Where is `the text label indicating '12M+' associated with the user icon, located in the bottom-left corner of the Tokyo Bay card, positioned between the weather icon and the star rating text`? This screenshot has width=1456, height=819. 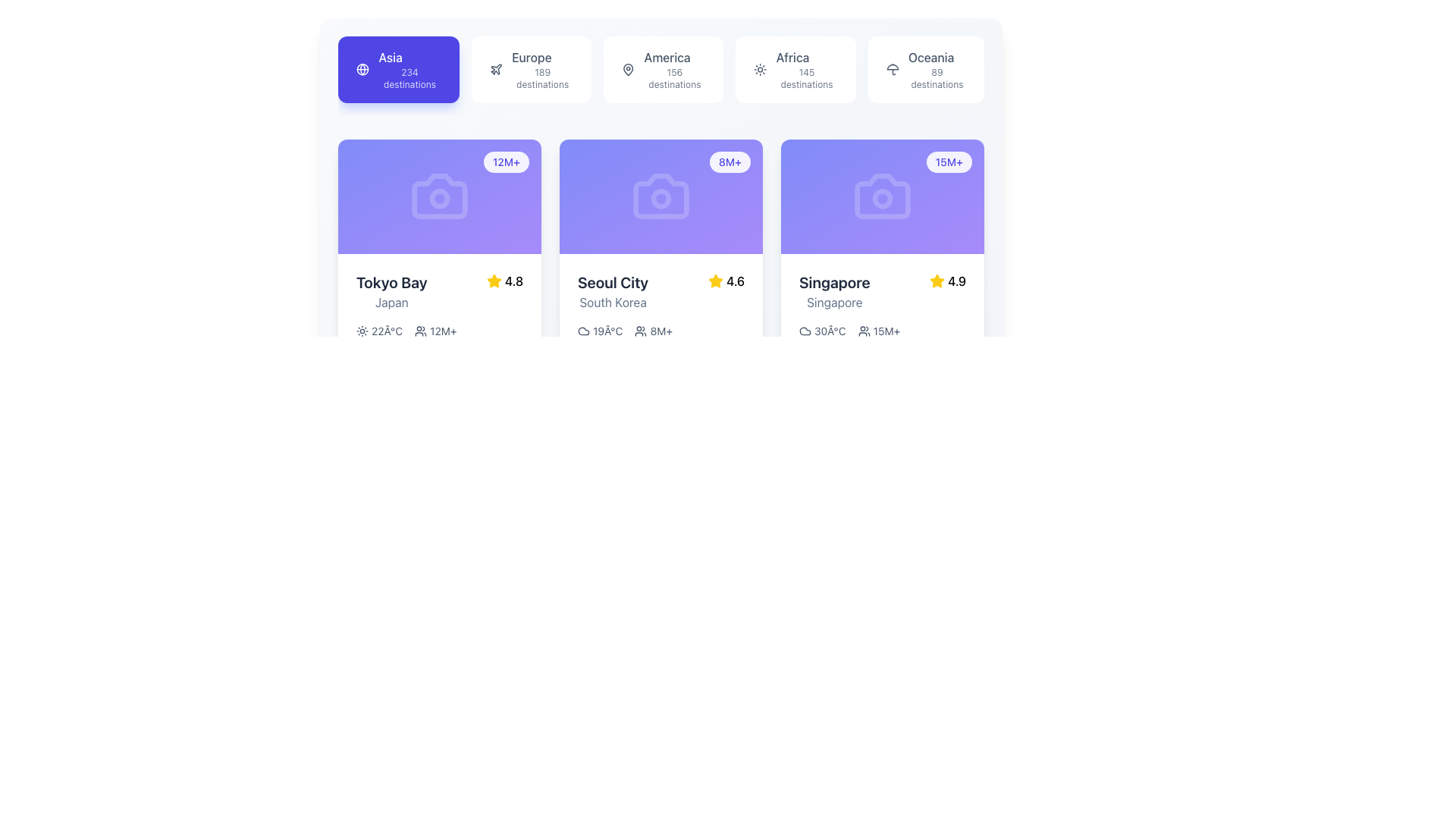 the text label indicating '12M+' associated with the user icon, located in the bottom-left corner of the Tokyo Bay card, positioned between the weather icon and the star rating text is located at coordinates (435, 330).